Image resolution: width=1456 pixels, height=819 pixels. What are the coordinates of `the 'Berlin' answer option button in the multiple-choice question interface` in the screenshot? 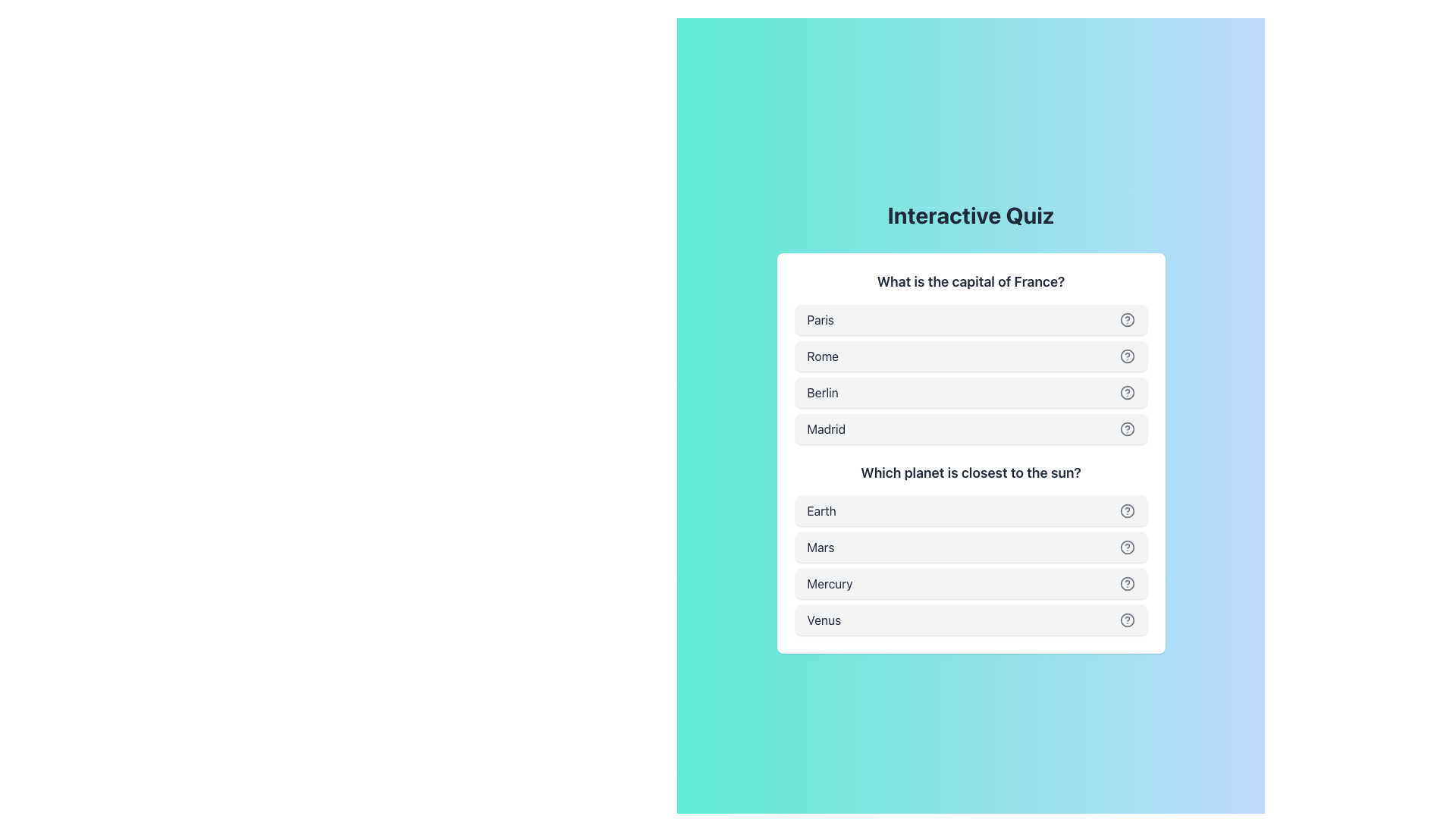 It's located at (971, 391).